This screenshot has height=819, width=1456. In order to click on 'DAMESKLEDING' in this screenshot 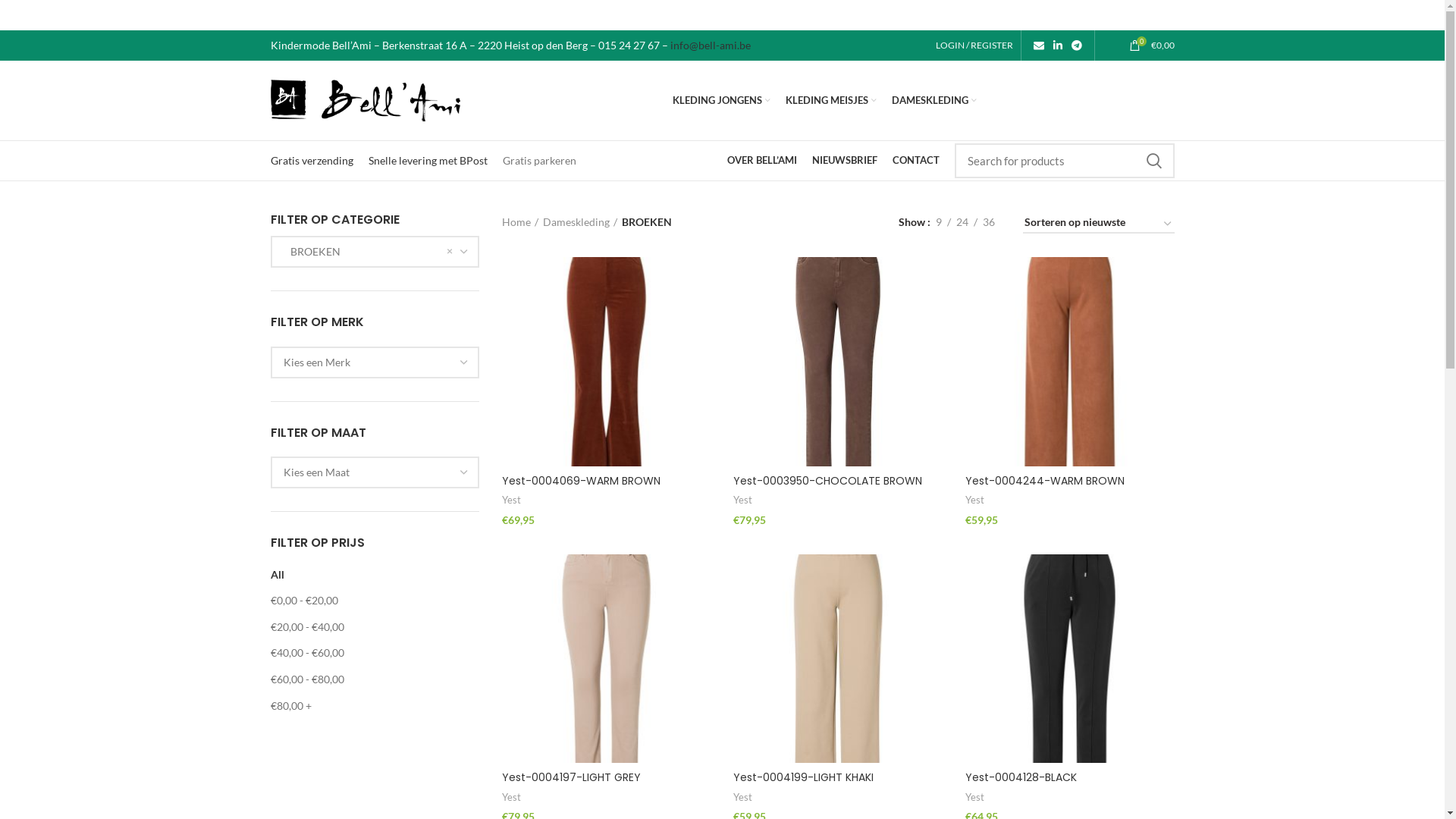, I will do `click(934, 99)`.